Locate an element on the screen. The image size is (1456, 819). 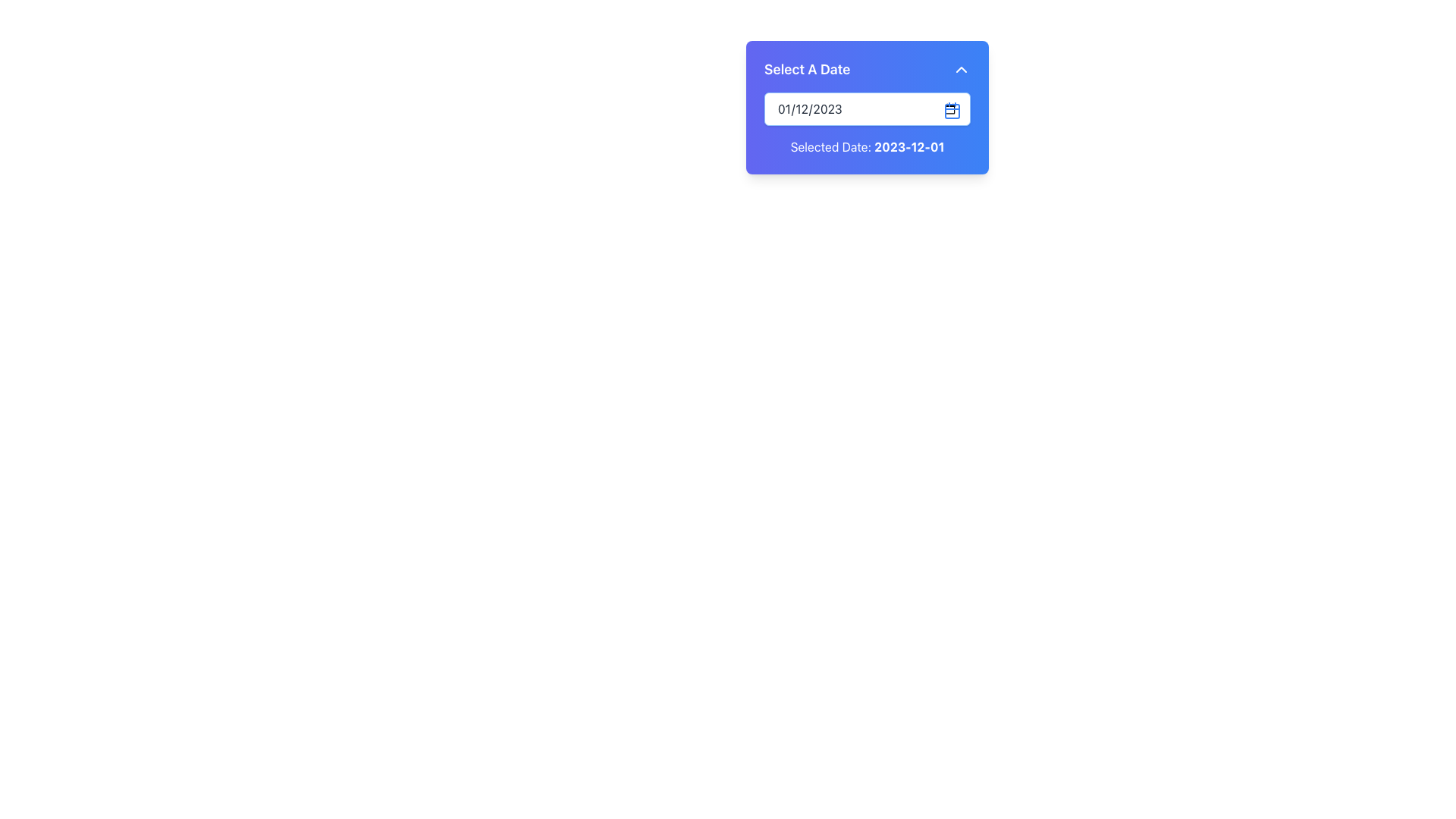
the interactive button located at the top-right end of the header section of the blue-colored panel labeled 'Select A Date' is located at coordinates (960, 70).